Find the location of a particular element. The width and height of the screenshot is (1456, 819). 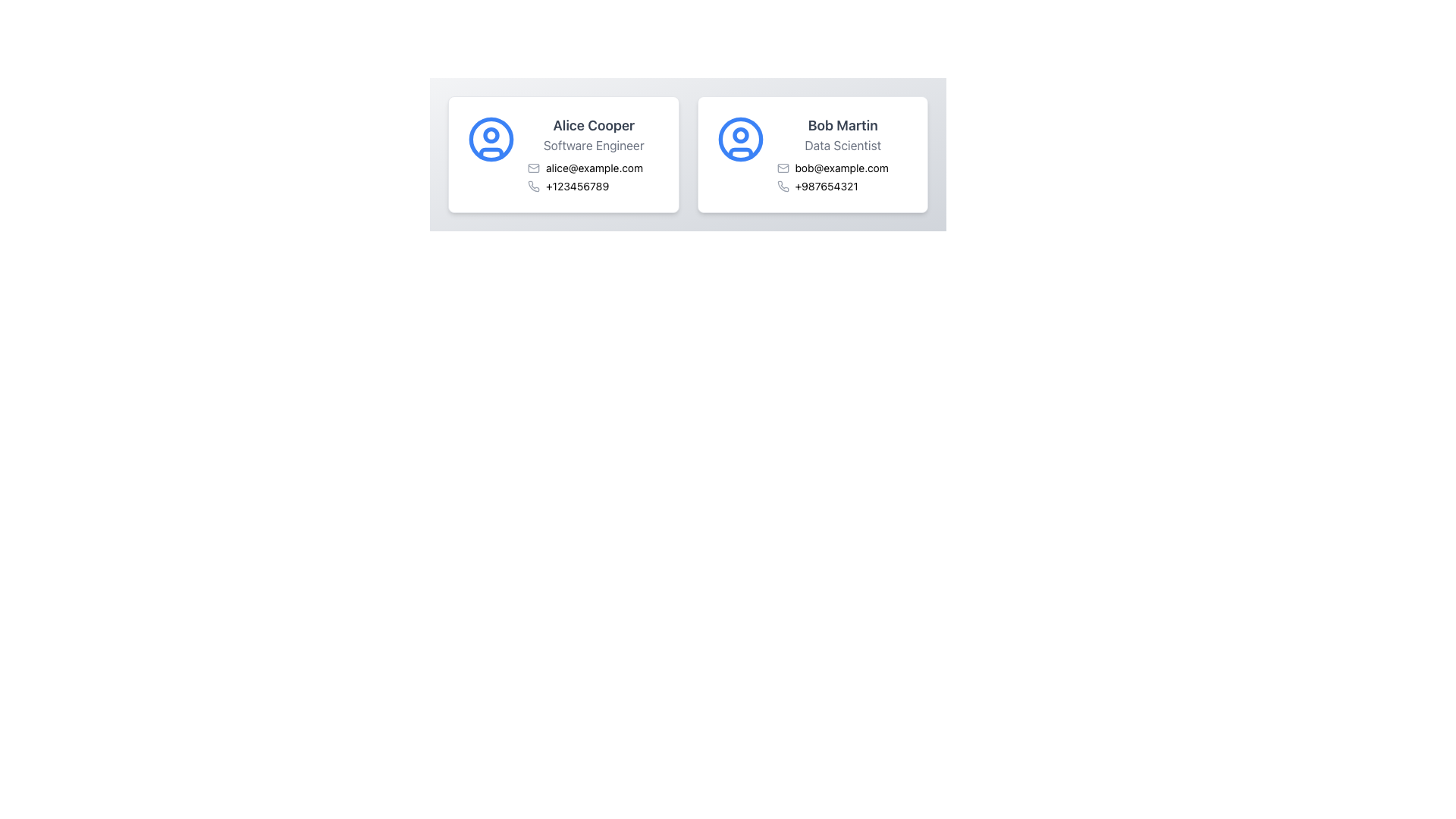

the circular user icon with a blue stroke located in the avatar section of Bob Martin's card, positioned at the top-center of the rightmost card in a two-card layout is located at coordinates (740, 140).